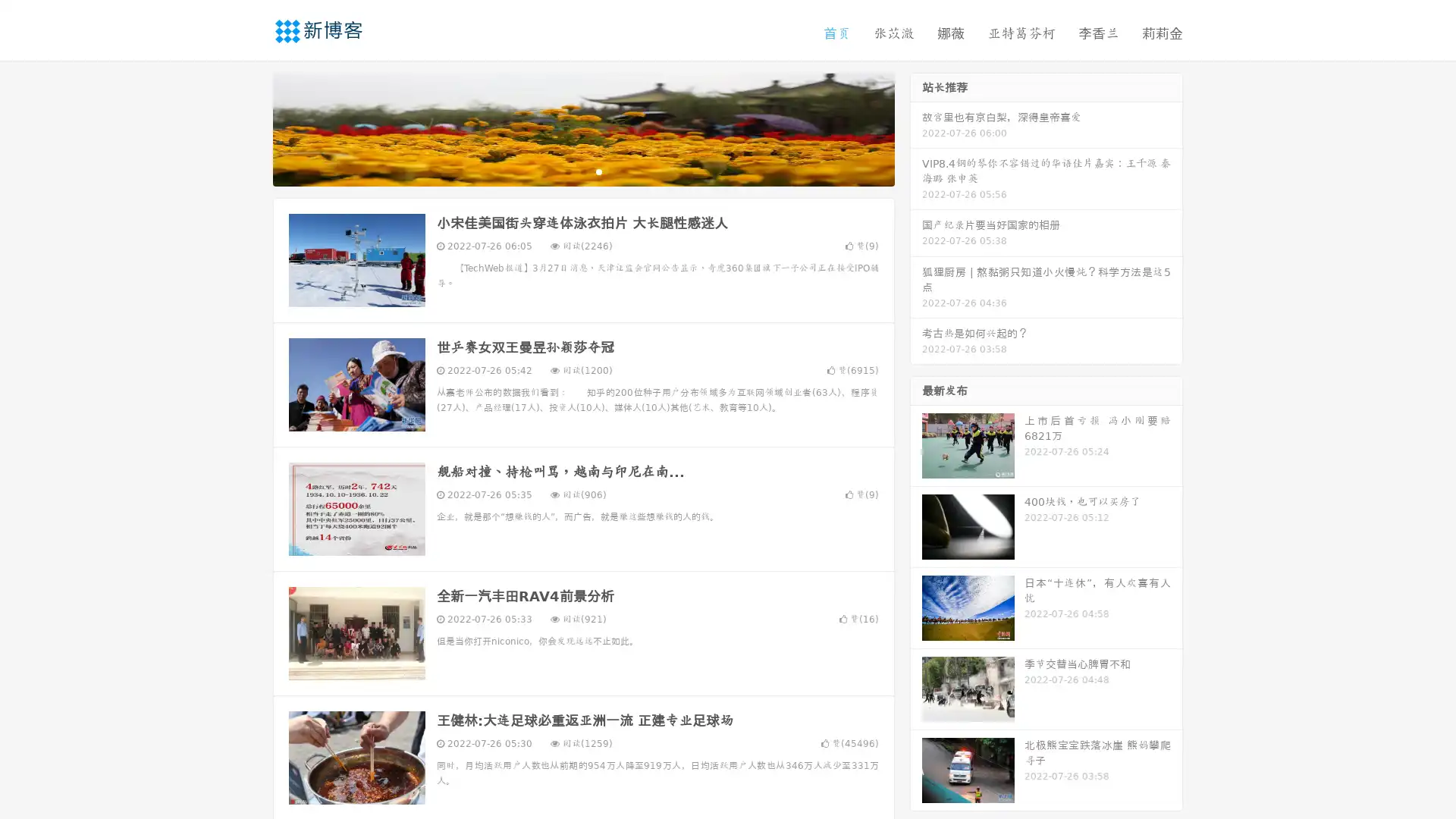 This screenshot has height=819, width=1456. Describe the element at coordinates (250, 127) in the screenshot. I see `Previous slide` at that location.